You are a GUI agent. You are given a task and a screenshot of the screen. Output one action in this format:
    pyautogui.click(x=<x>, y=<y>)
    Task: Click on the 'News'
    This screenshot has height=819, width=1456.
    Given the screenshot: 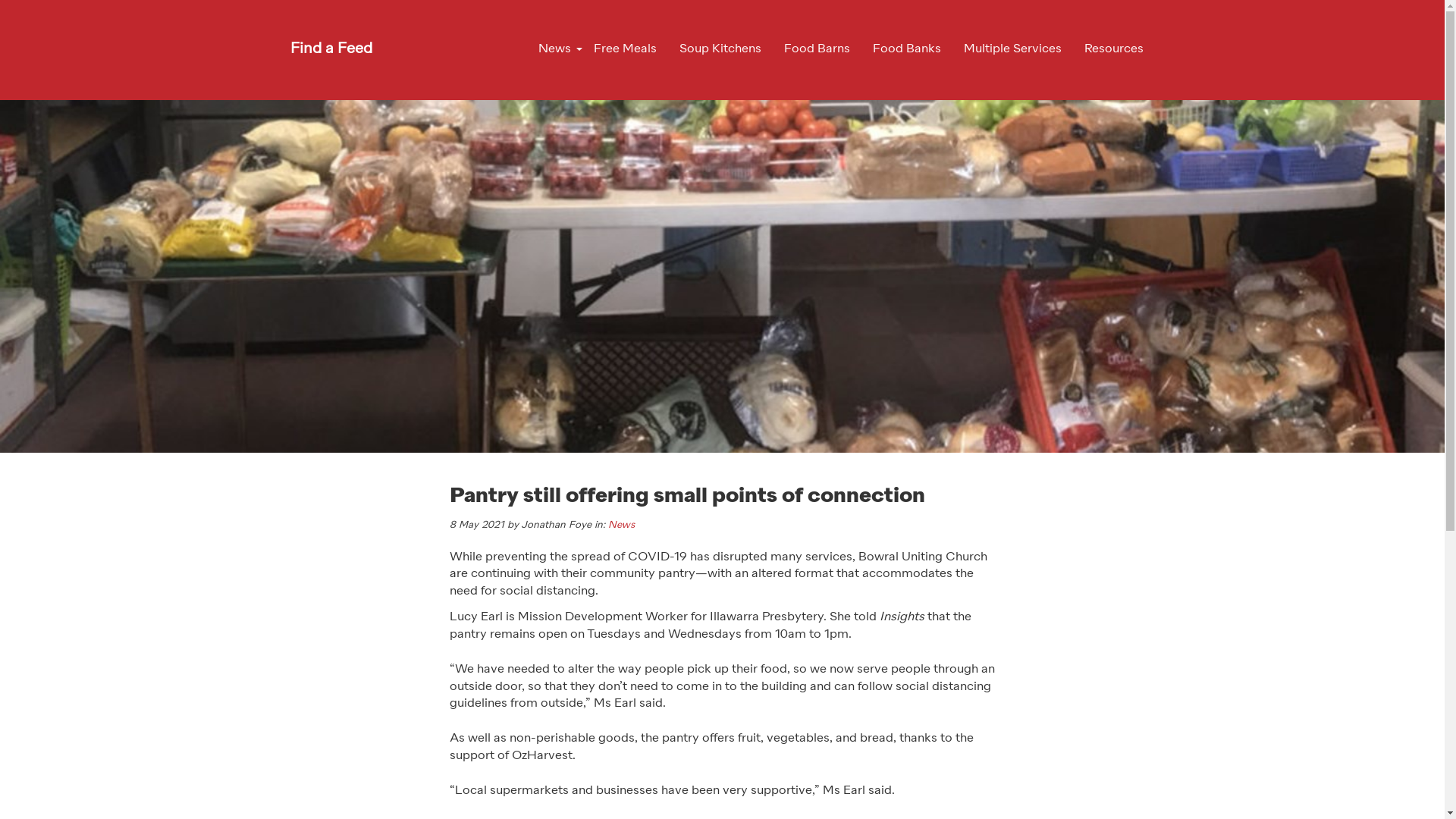 What is the action you would take?
    pyautogui.click(x=621, y=524)
    